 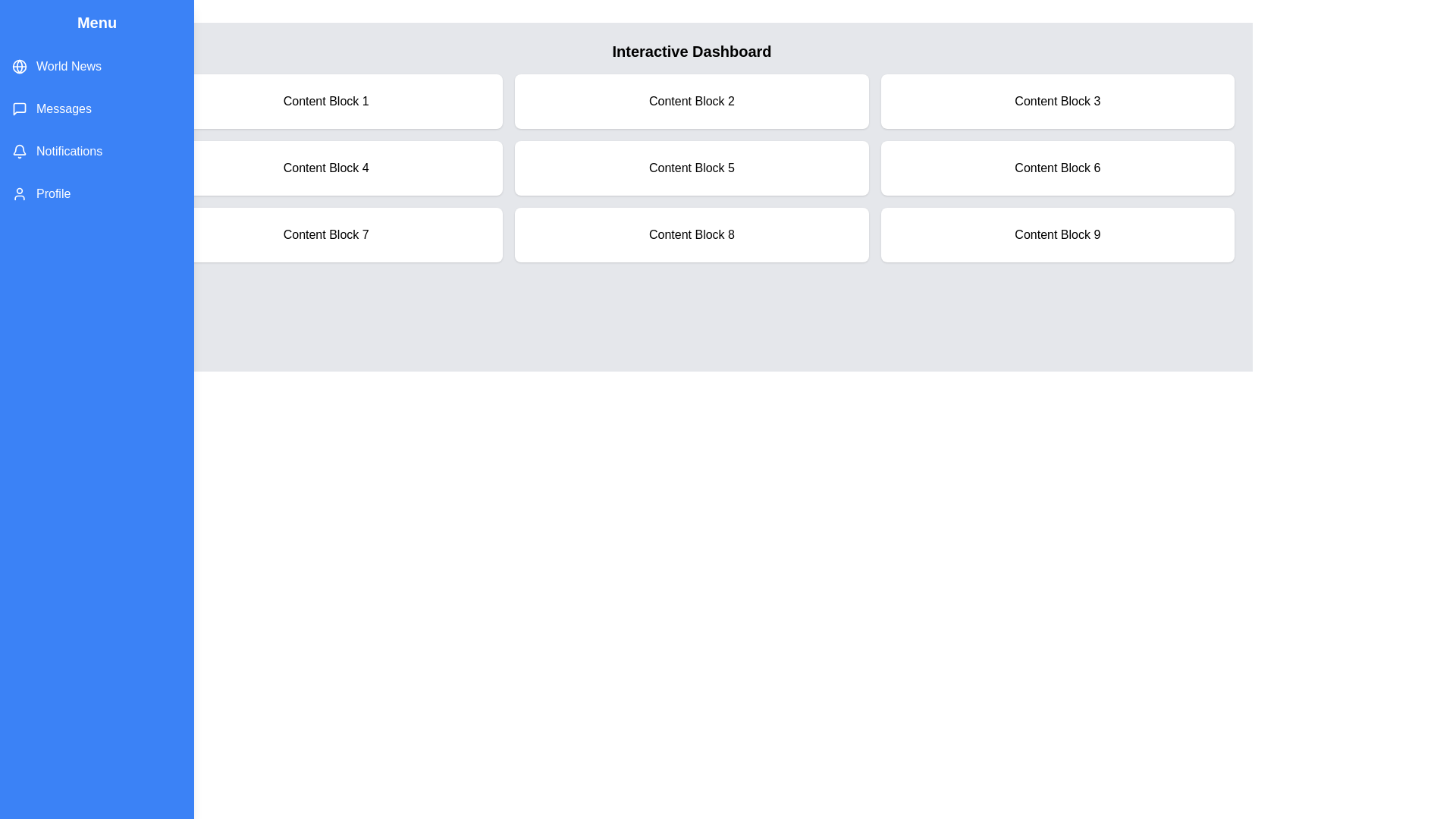 I want to click on the menu item Profile from the list, so click(x=96, y=193).